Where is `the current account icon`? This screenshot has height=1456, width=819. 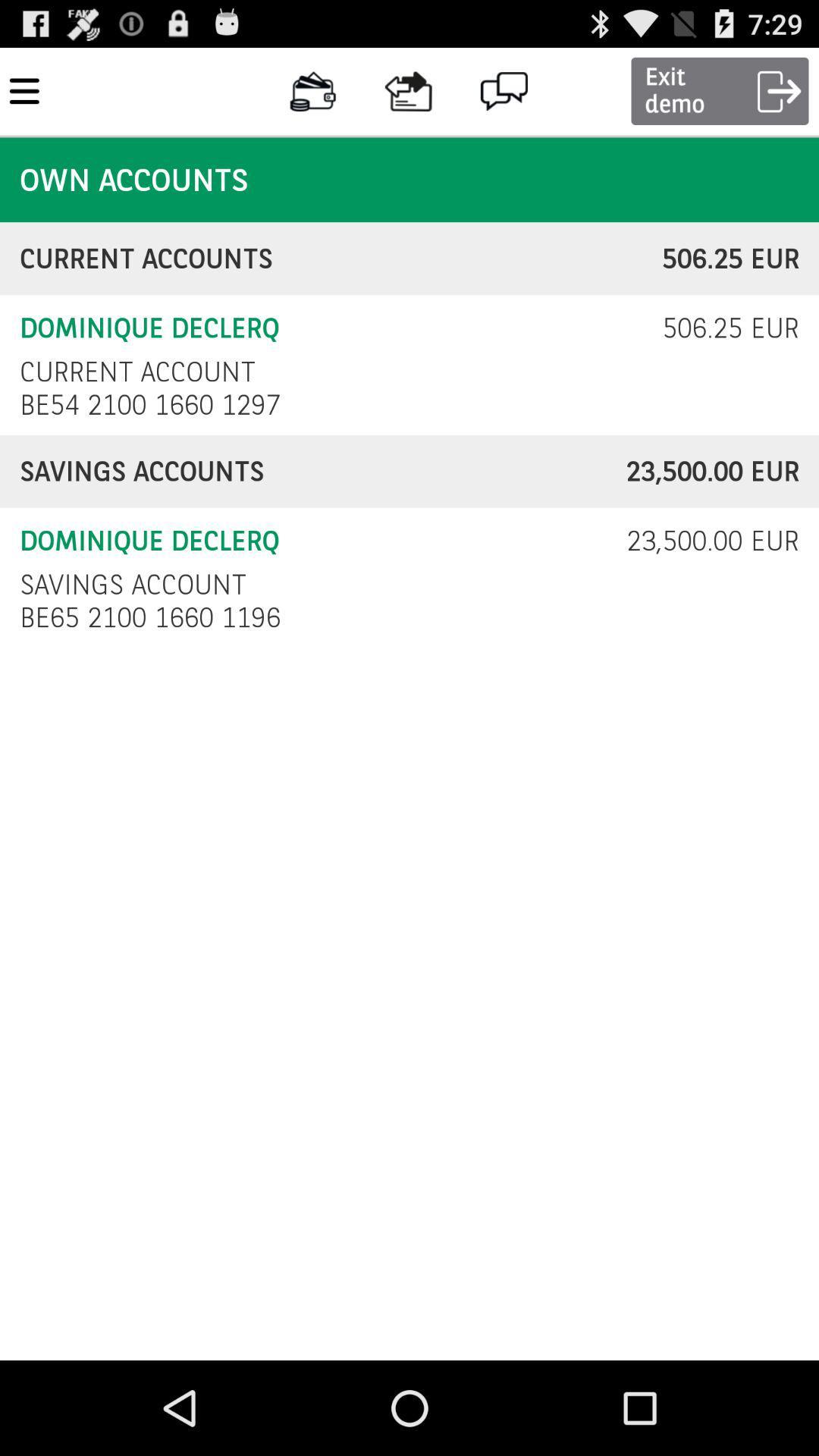 the current account icon is located at coordinates (137, 372).